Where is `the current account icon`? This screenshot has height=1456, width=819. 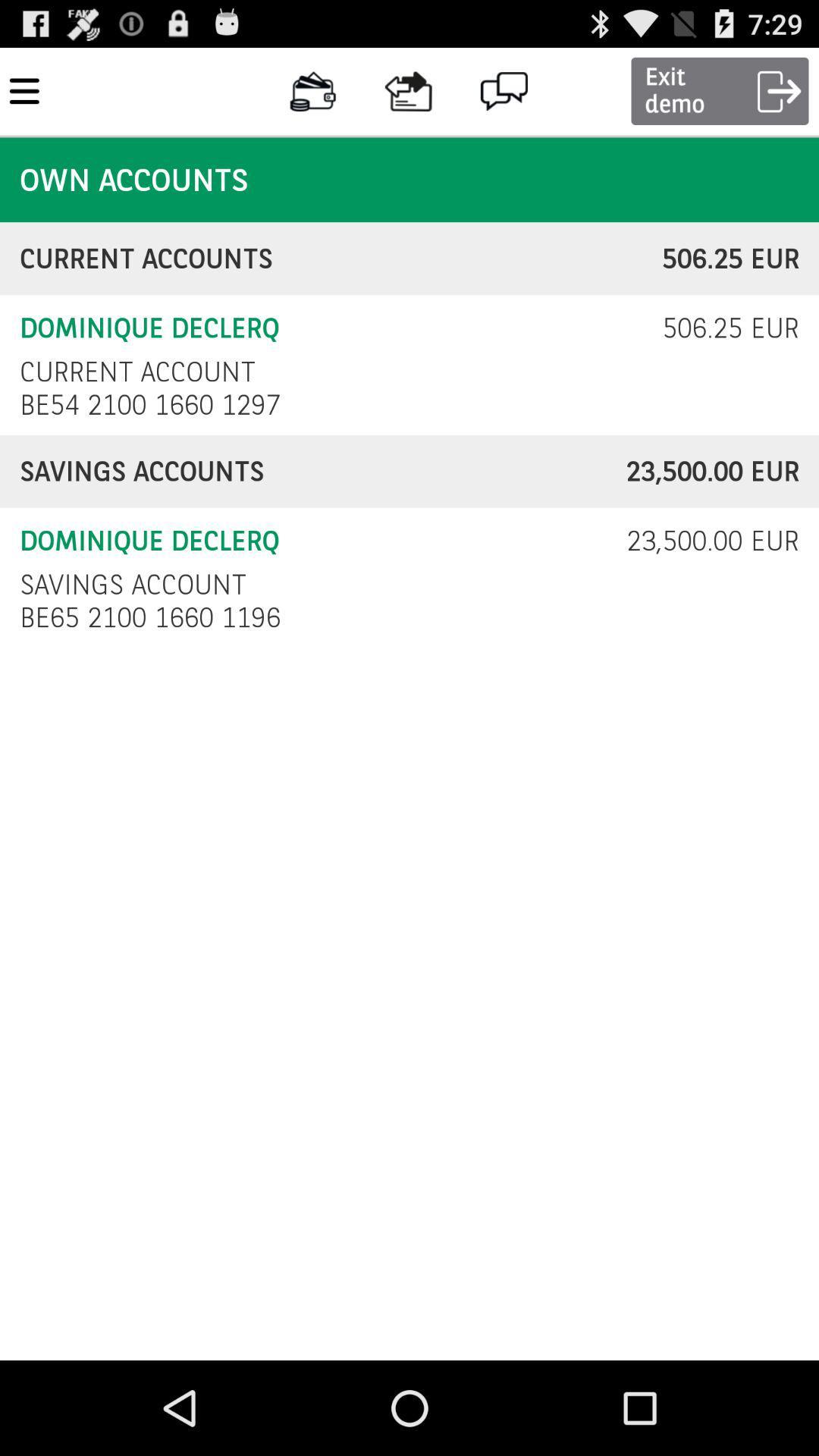 the current account icon is located at coordinates (137, 372).